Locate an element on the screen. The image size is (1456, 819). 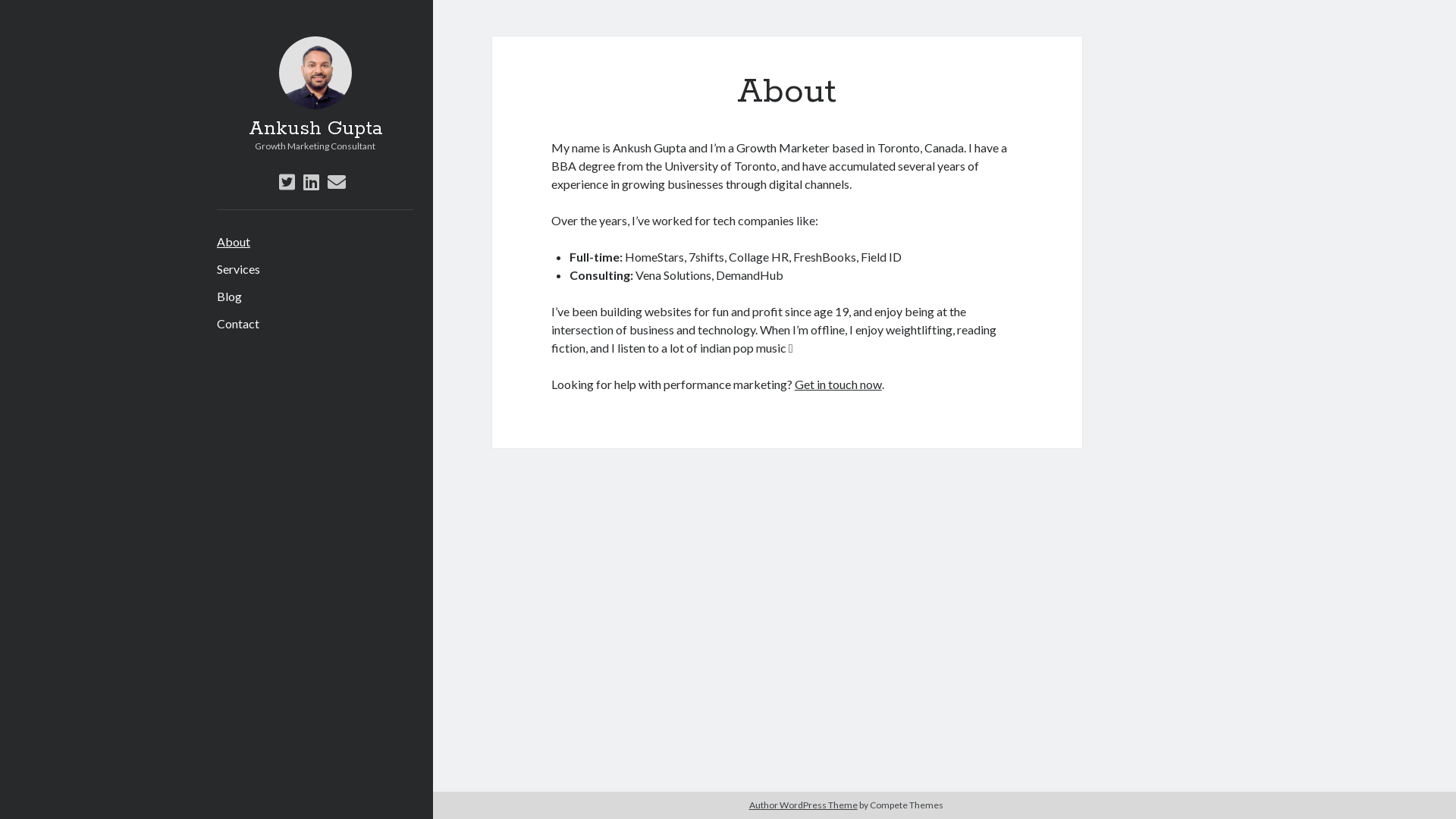
'Services' is located at coordinates (237, 268).